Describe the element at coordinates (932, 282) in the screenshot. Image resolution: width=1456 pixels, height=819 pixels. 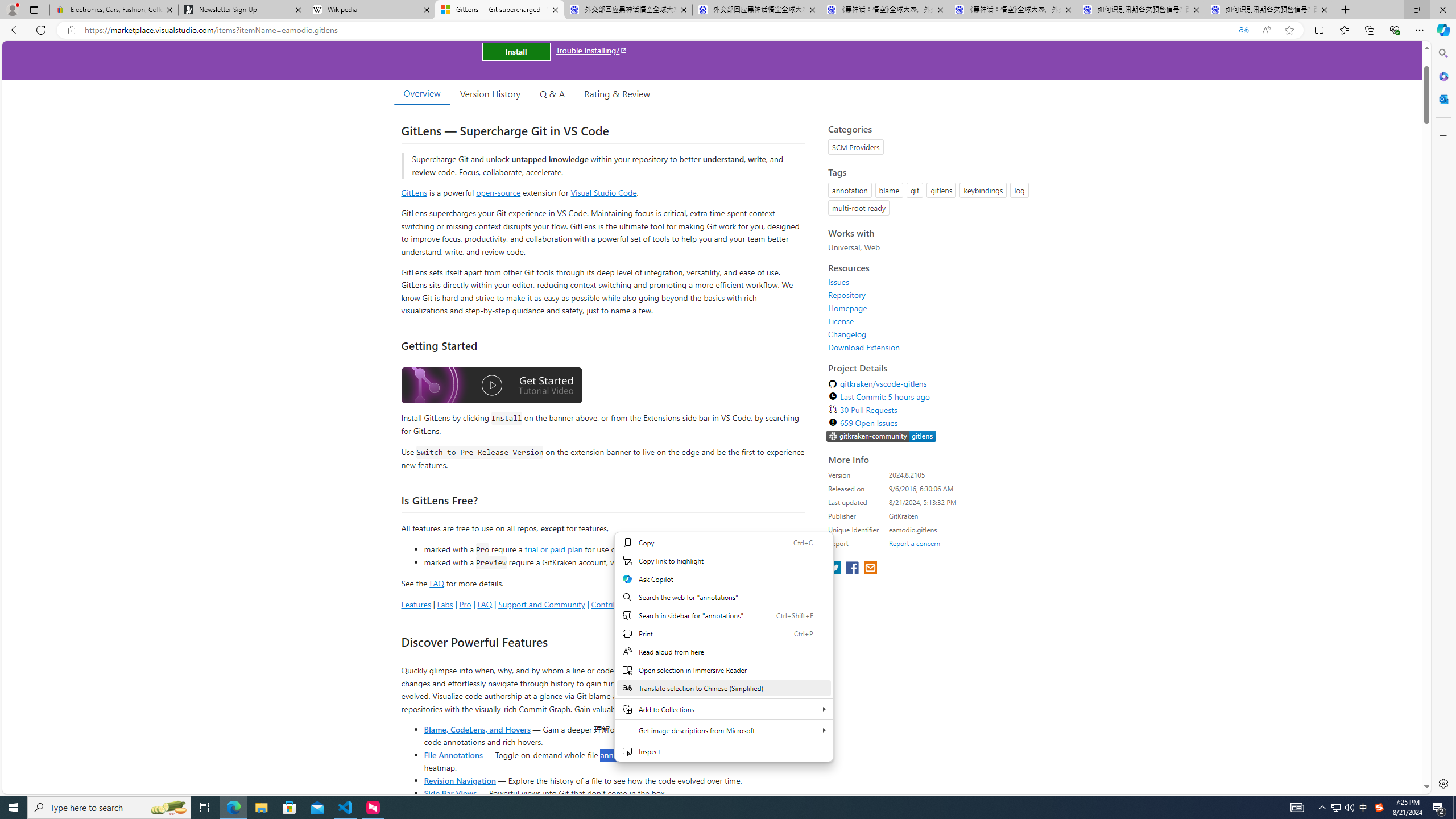
I see `'Issues'` at that location.